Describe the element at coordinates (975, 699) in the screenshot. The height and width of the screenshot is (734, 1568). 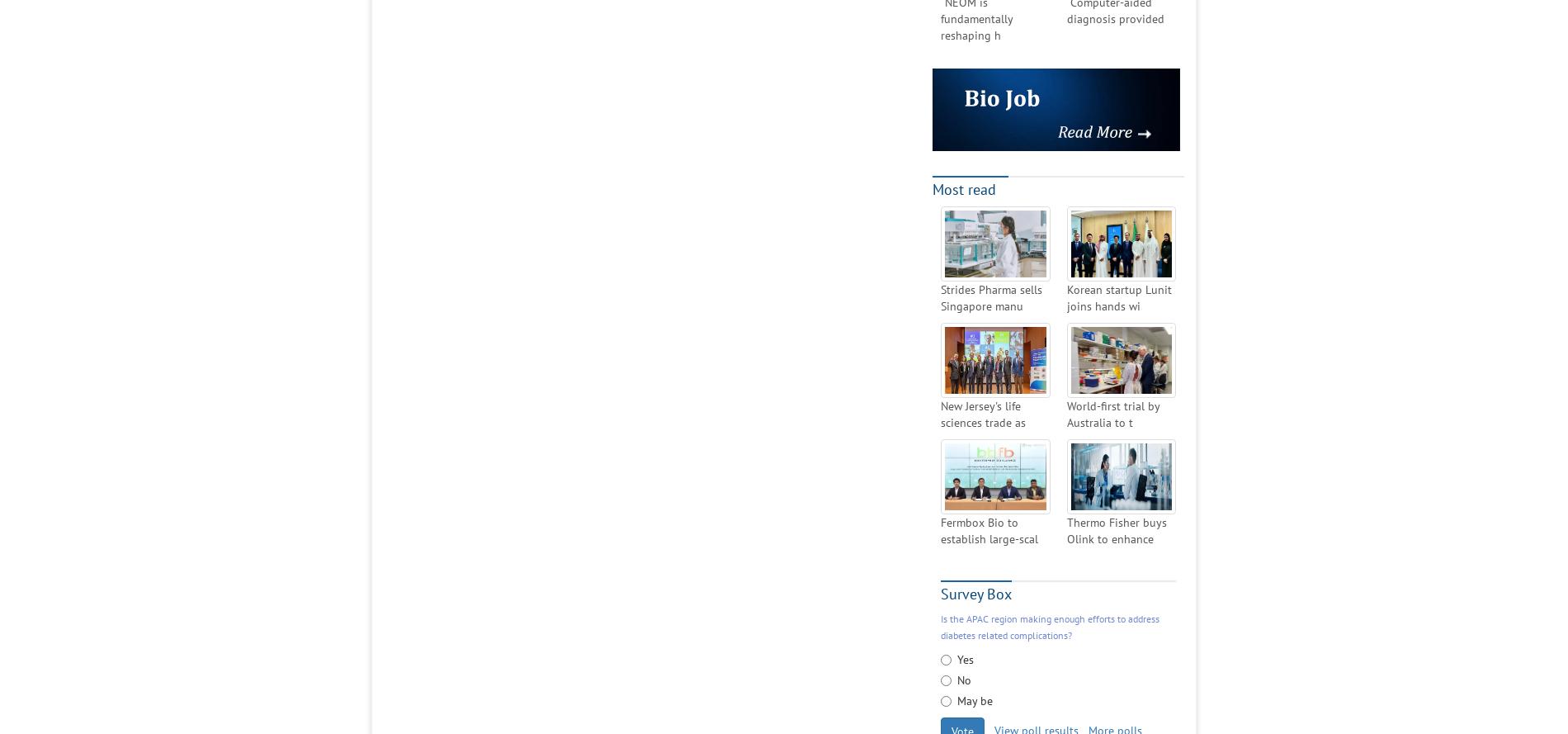
I see `'May be'` at that location.